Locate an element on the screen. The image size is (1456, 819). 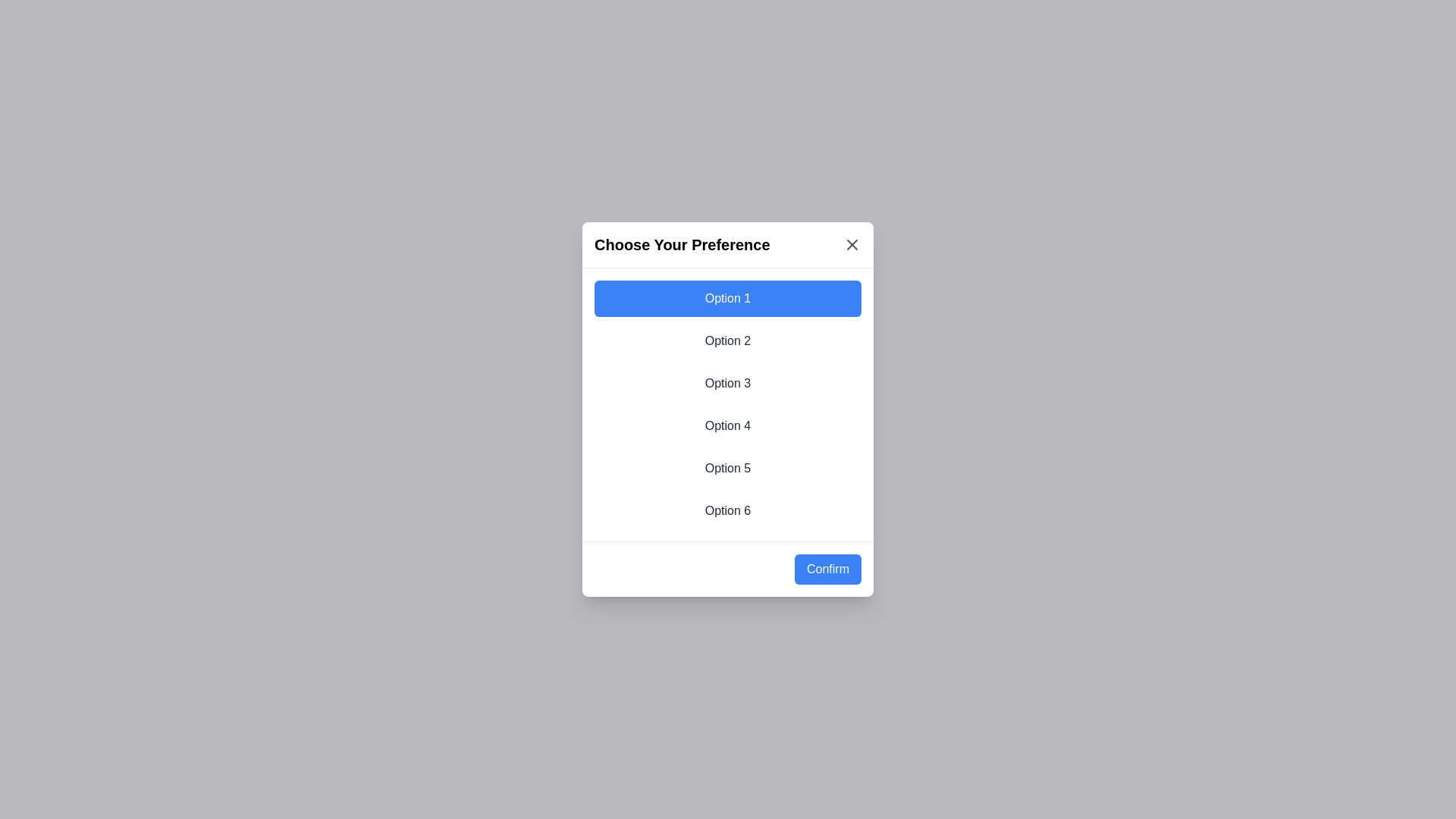
the option 3 from the list is located at coordinates (728, 382).